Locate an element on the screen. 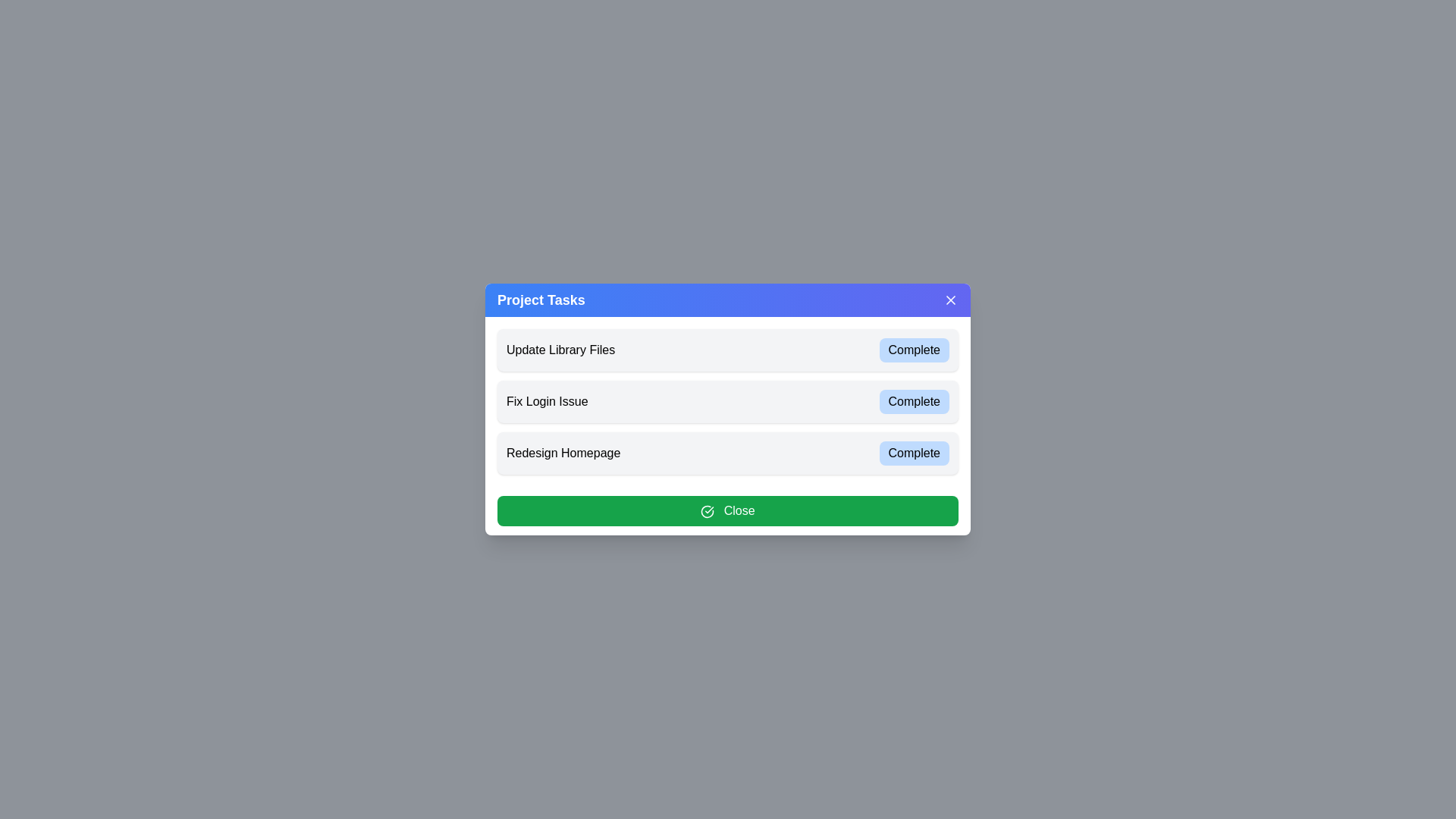 The width and height of the screenshot is (1456, 819). the confirmation icon located inside the green button at the bottom of the dialog window, to the left of the 'Close' label is located at coordinates (707, 511).